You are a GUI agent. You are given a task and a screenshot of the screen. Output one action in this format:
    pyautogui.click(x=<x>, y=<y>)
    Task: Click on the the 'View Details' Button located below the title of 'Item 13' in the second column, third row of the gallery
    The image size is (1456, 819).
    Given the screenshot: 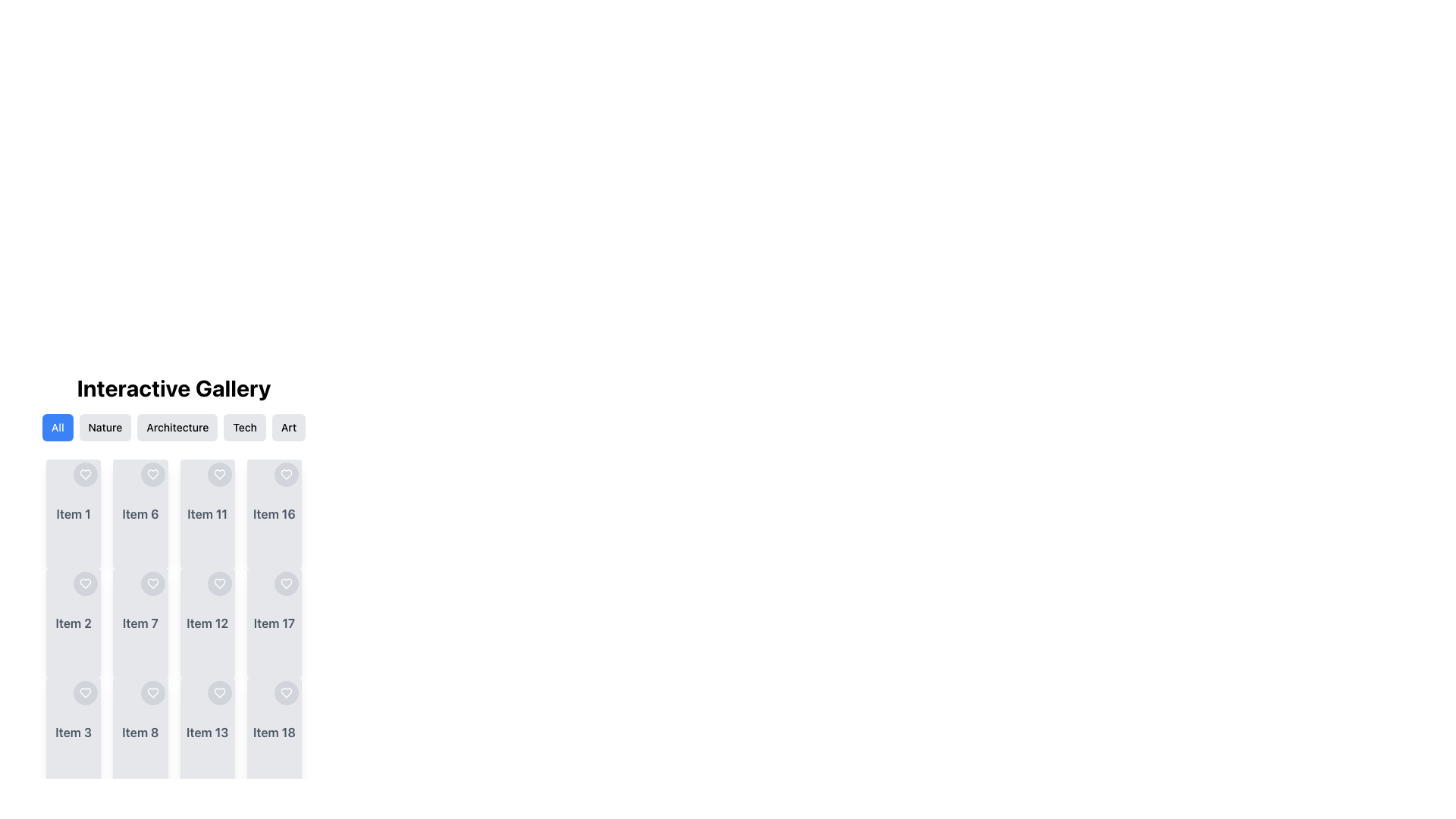 What is the action you would take?
    pyautogui.click(x=206, y=731)
    